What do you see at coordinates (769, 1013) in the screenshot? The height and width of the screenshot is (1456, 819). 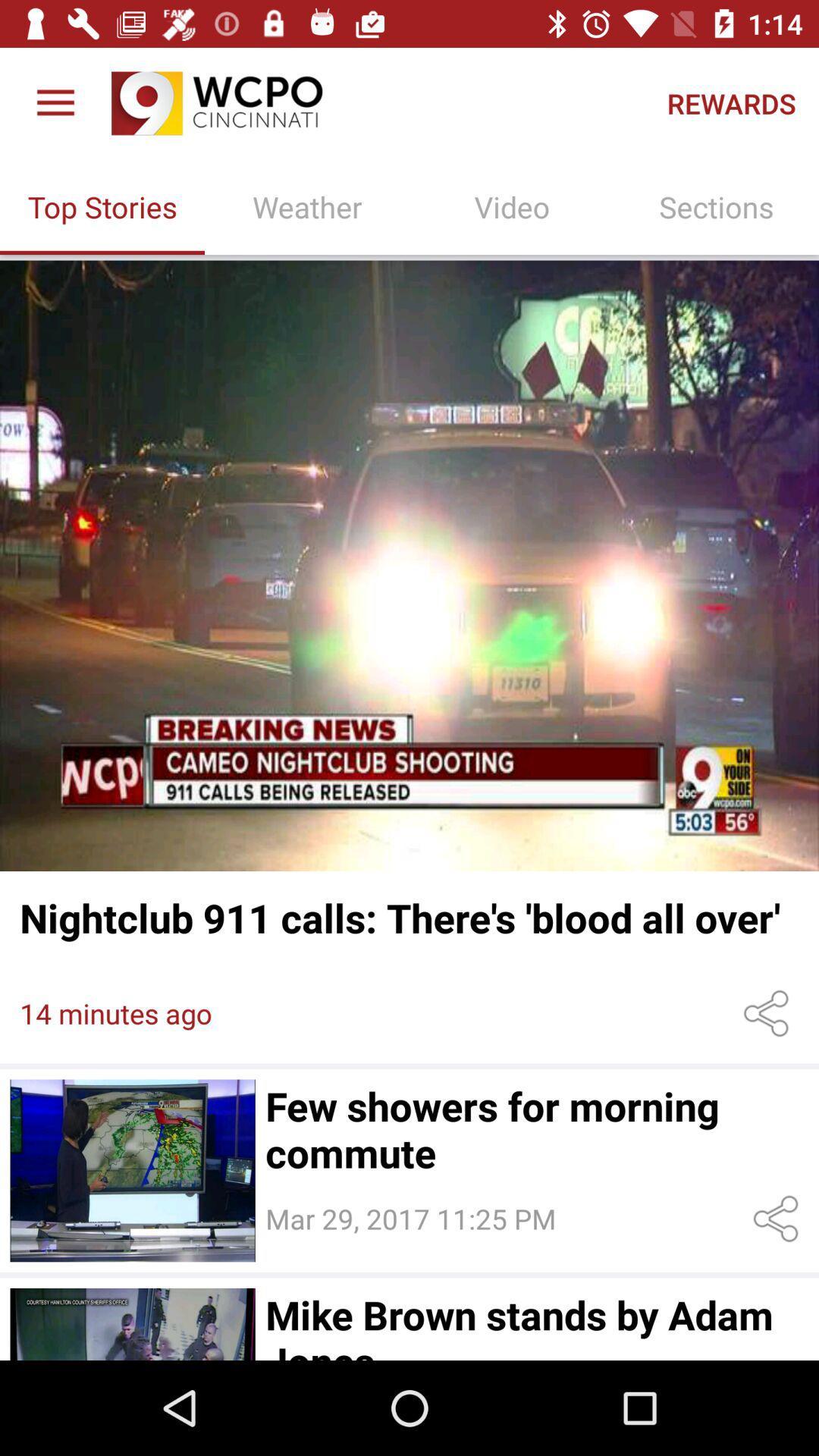 I see `share` at bounding box center [769, 1013].